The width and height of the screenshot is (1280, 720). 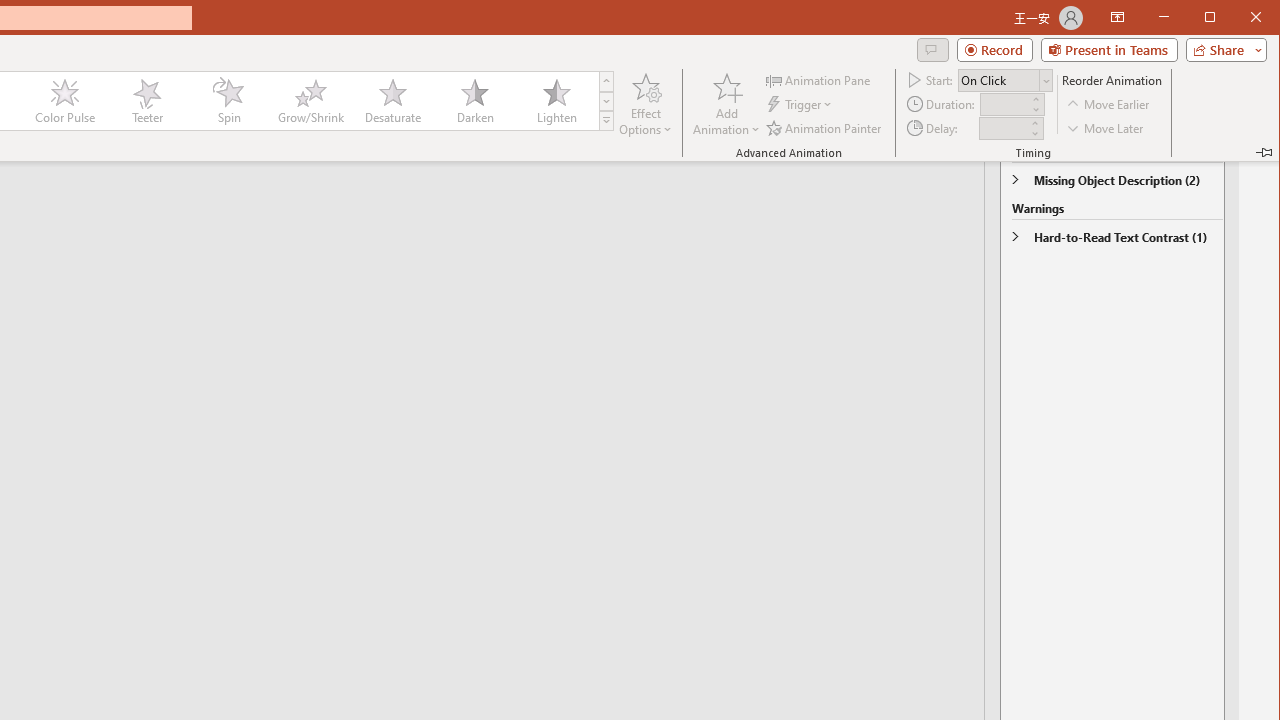 What do you see at coordinates (1260, 19) in the screenshot?
I see `'Close'` at bounding box center [1260, 19].